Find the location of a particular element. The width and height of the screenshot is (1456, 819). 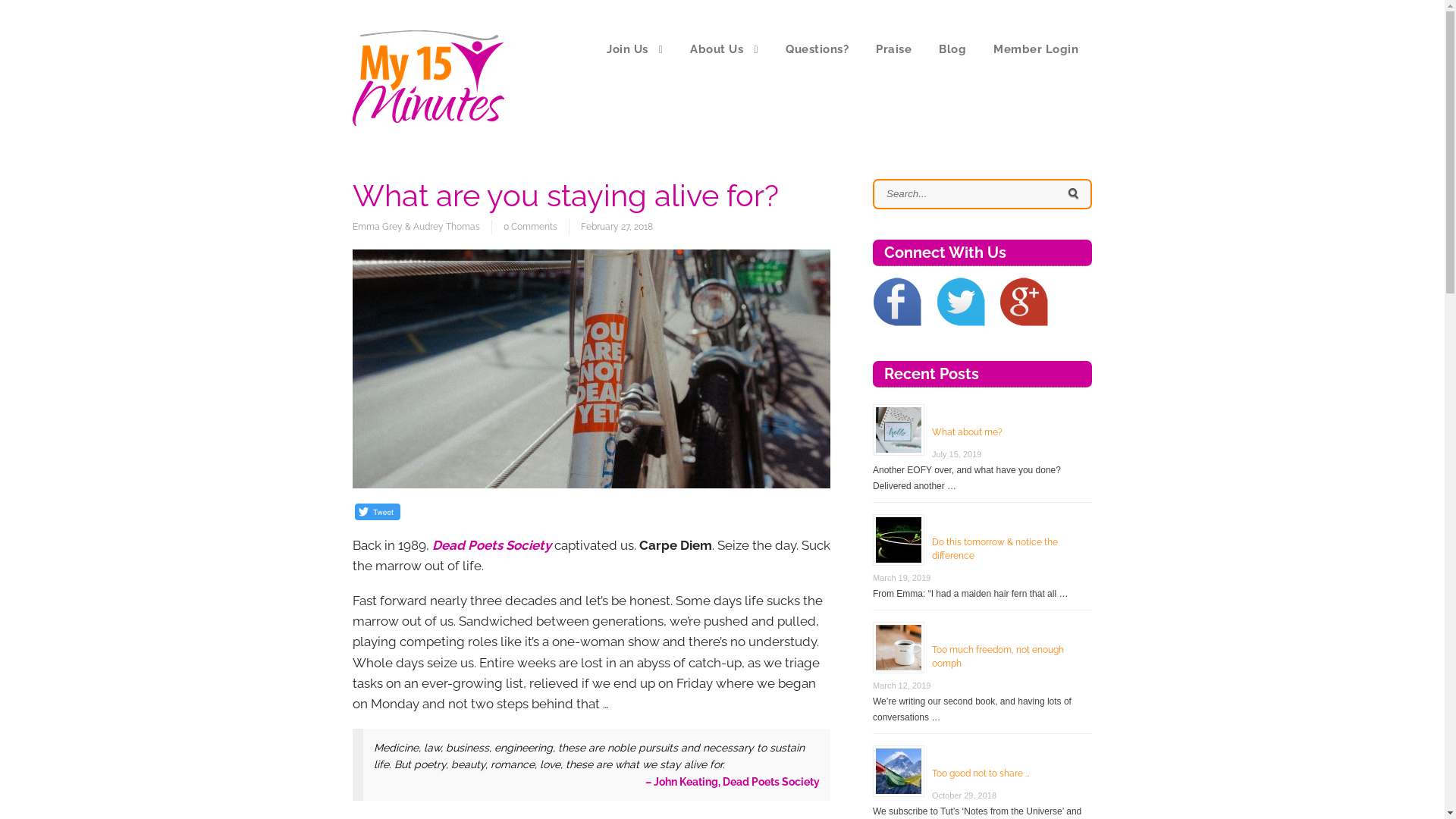

'0 Comments' is located at coordinates (530, 227).